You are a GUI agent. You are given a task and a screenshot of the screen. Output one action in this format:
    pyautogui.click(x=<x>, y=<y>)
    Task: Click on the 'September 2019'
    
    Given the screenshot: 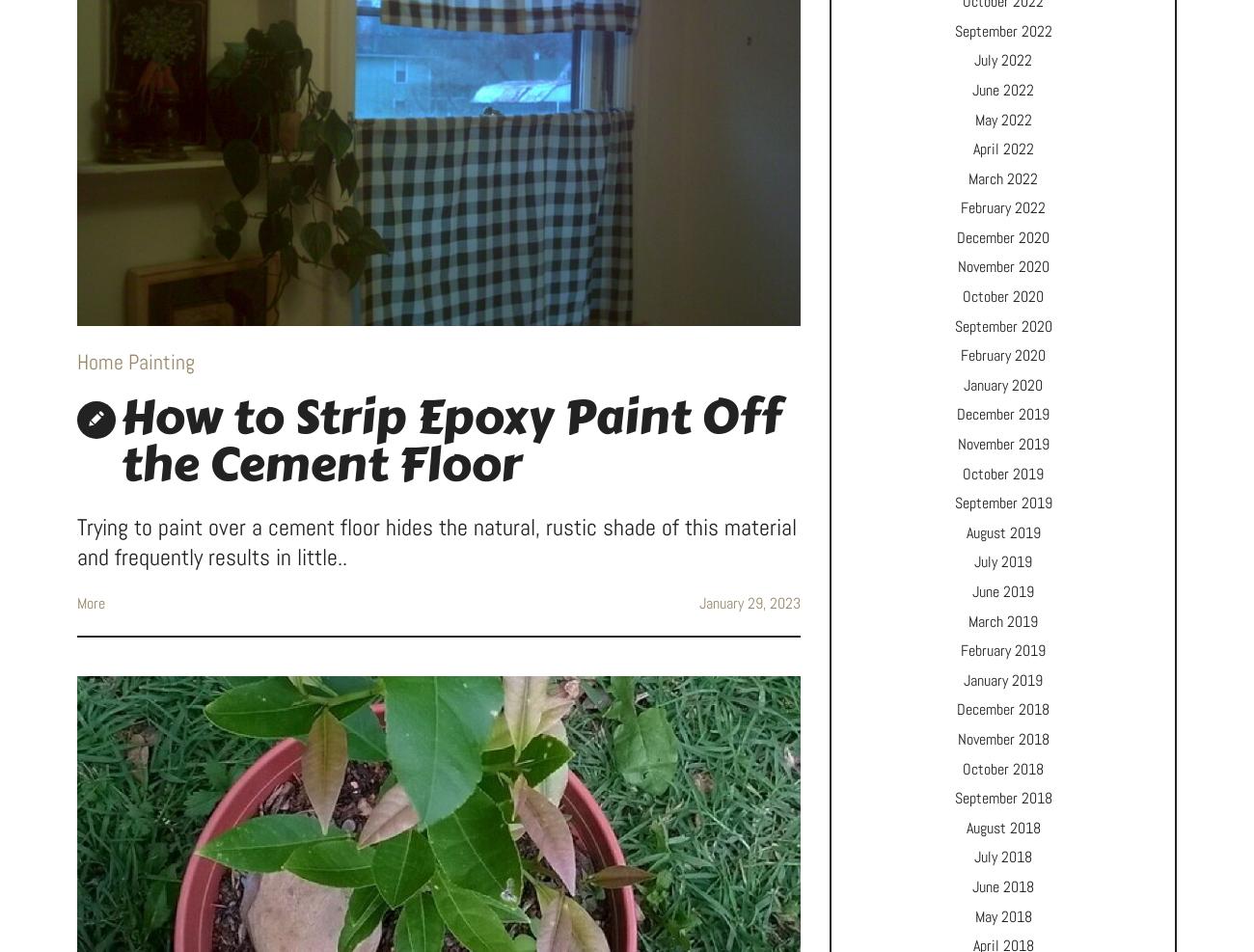 What is the action you would take?
    pyautogui.click(x=1002, y=503)
    